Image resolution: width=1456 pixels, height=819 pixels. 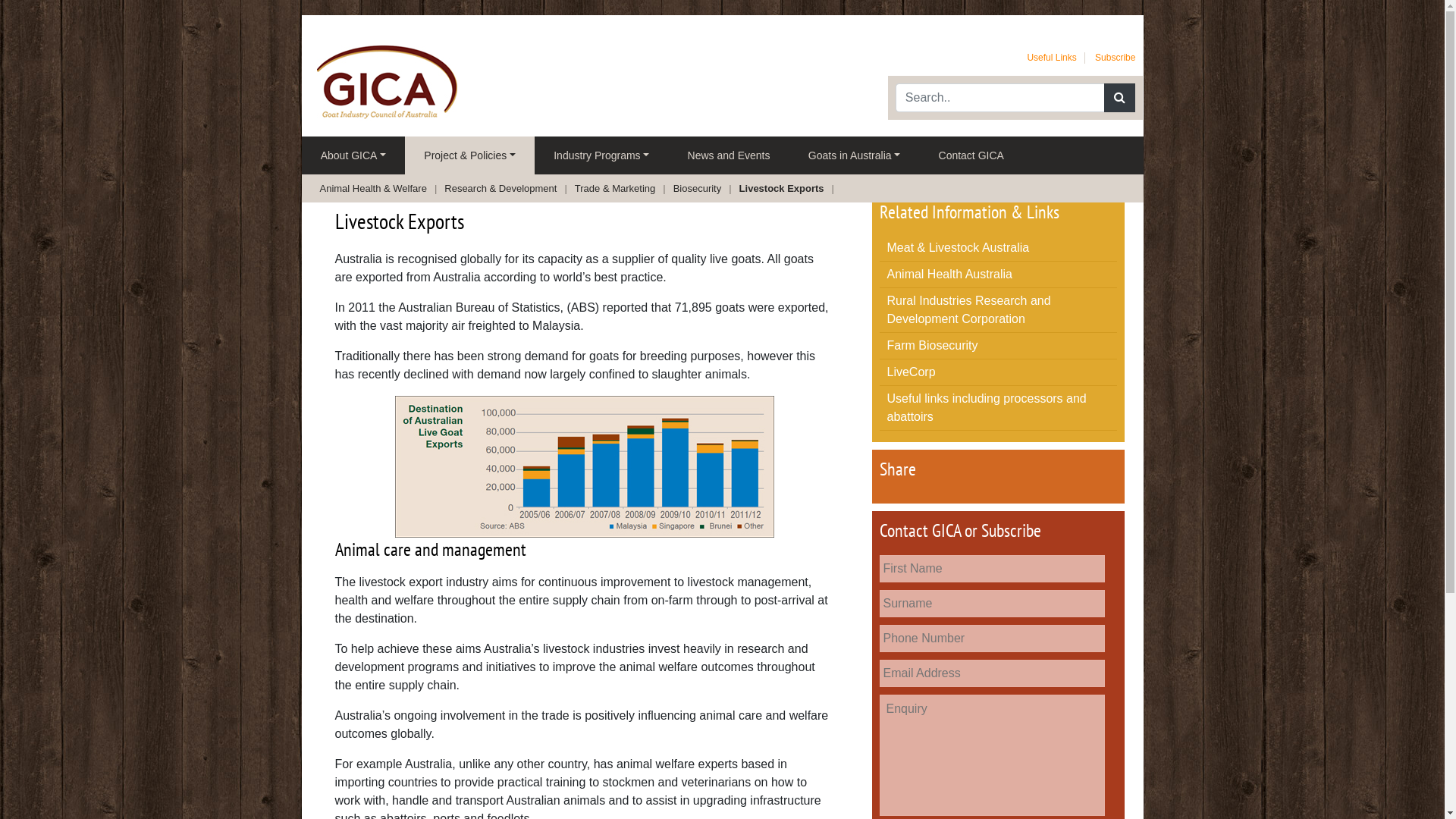 What do you see at coordinates (971, 155) in the screenshot?
I see `'Contact GICA'` at bounding box center [971, 155].